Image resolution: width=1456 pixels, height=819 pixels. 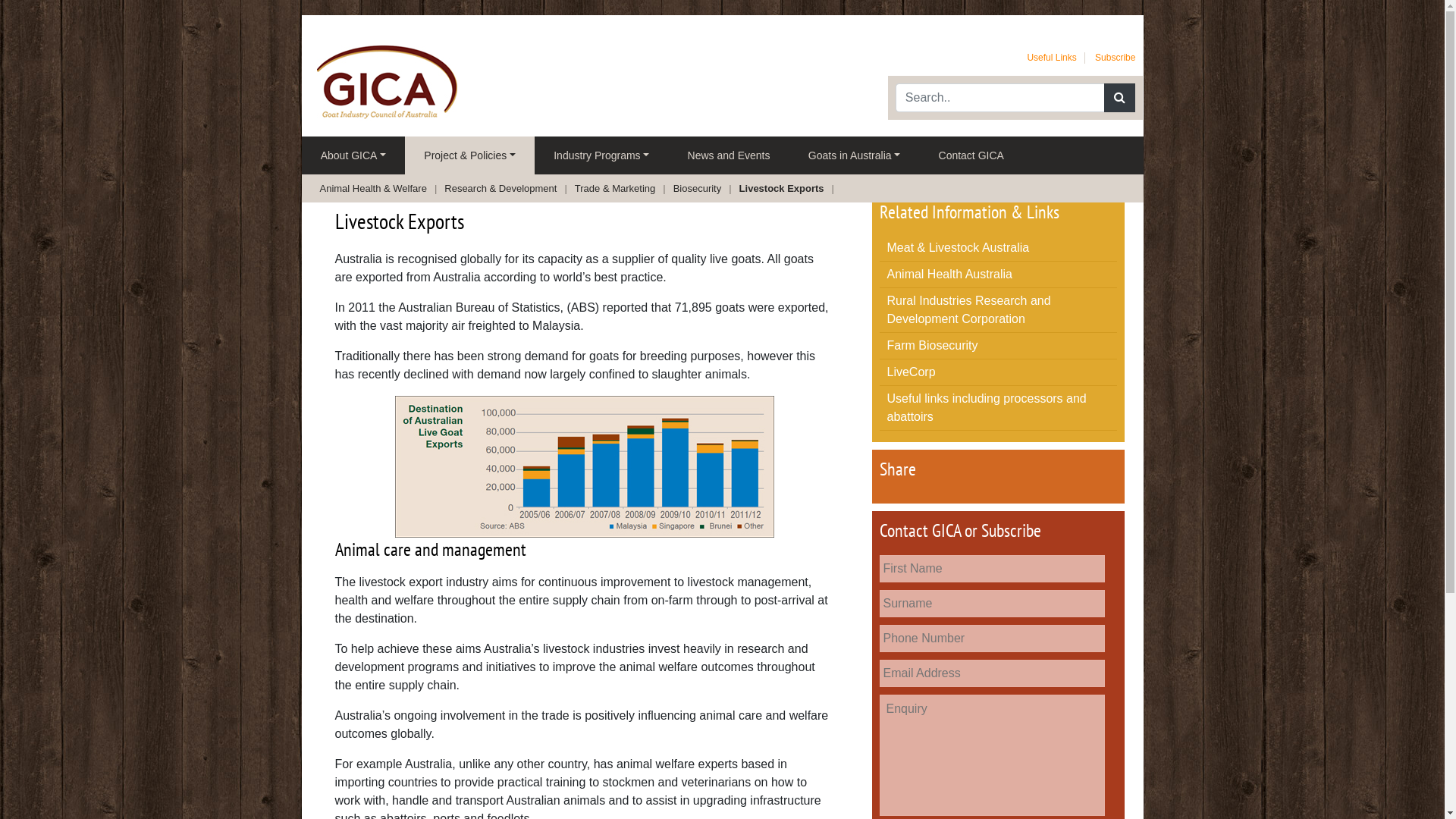 What do you see at coordinates (971, 155) in the screenshot?
I see `'Contact GICA'` at bounding box center [971, 155].